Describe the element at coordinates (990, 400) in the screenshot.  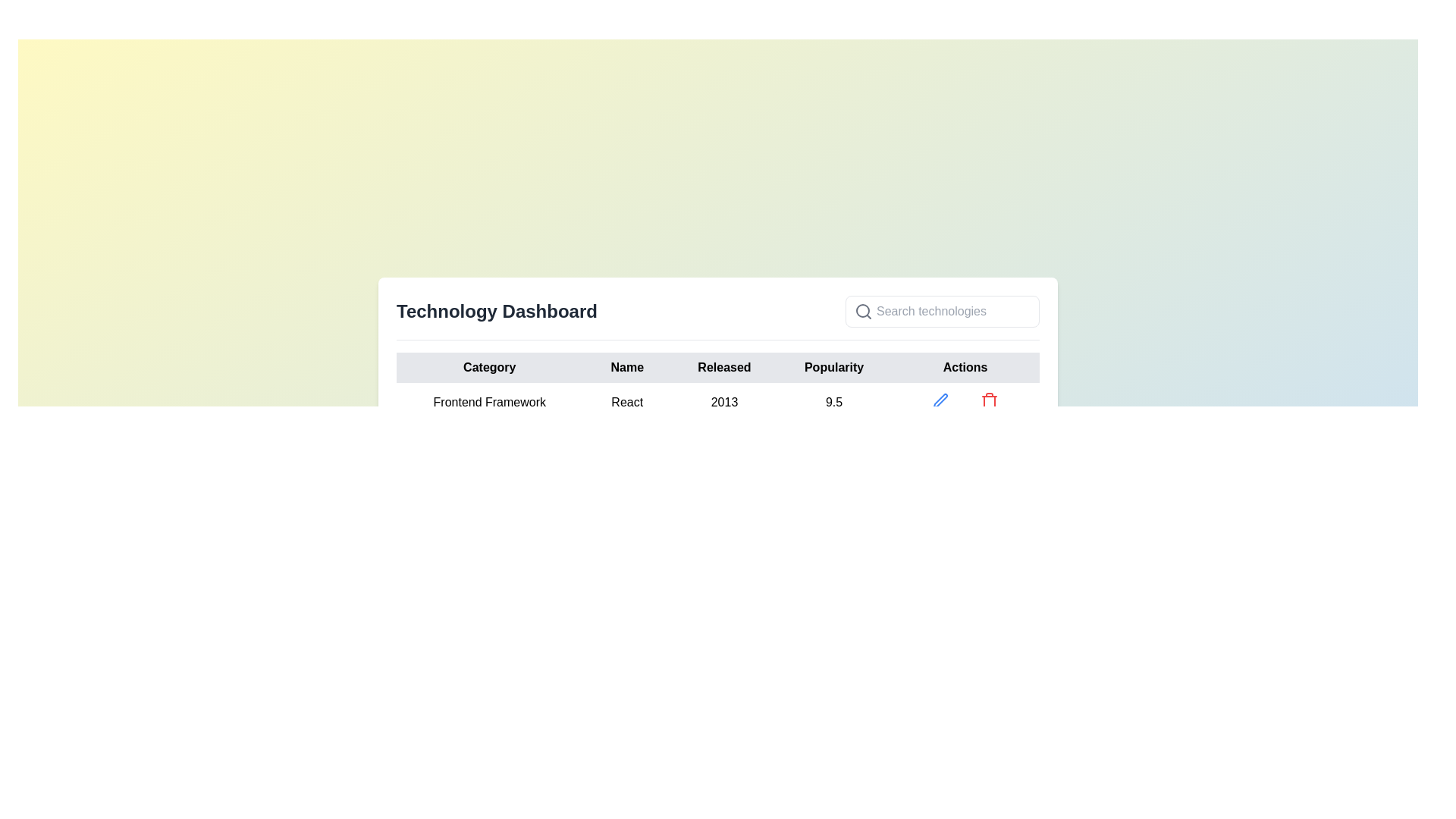
I see `the red trash icon button in the Actions column` at that location.